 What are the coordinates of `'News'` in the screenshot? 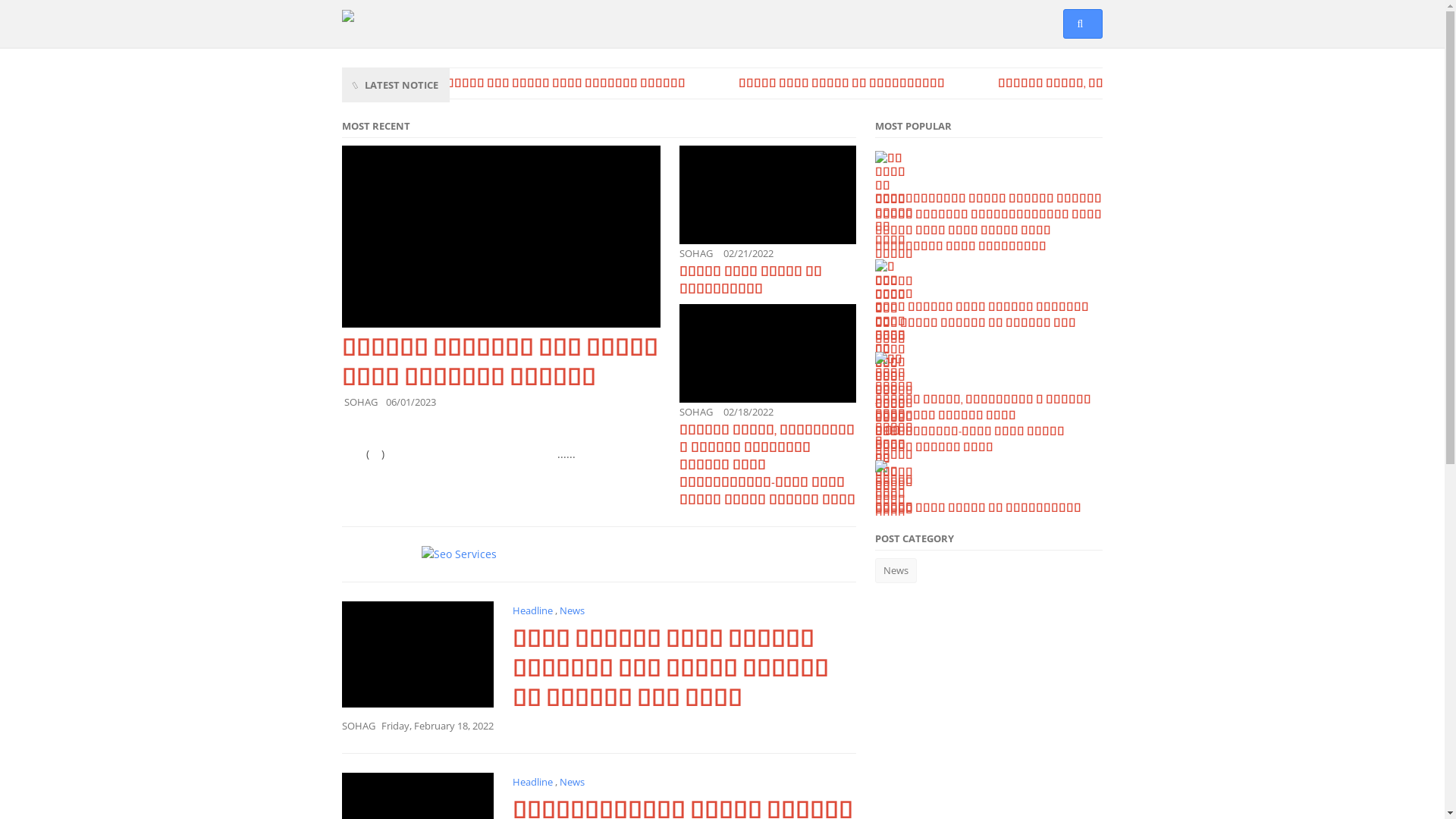 It's located at (571, 781).